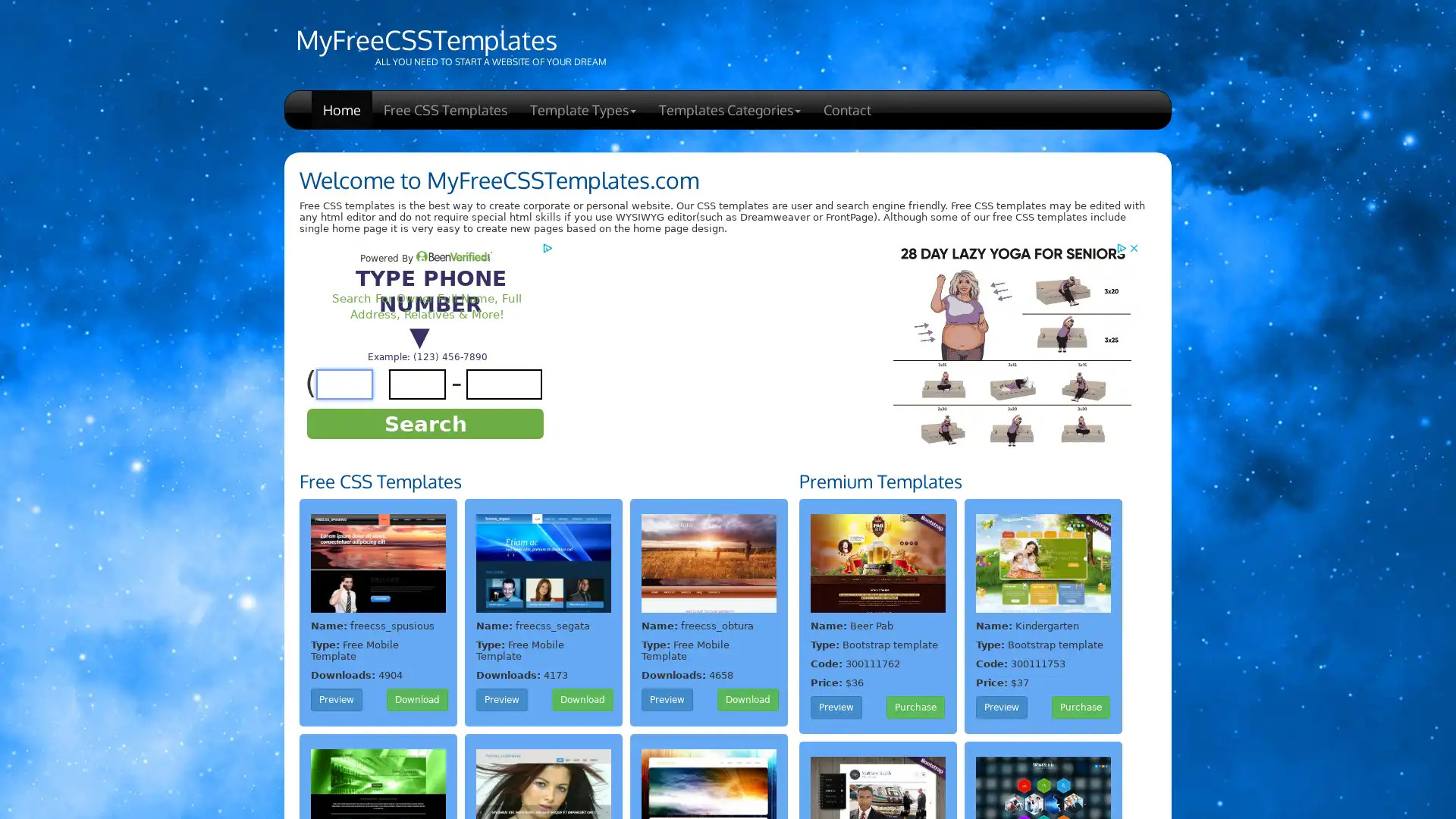 This screenshot has width=1456, height=819. What do you see at coordinates (336, 699) in the screenshot?
I see `Preview` at bounding box center [336, 699].